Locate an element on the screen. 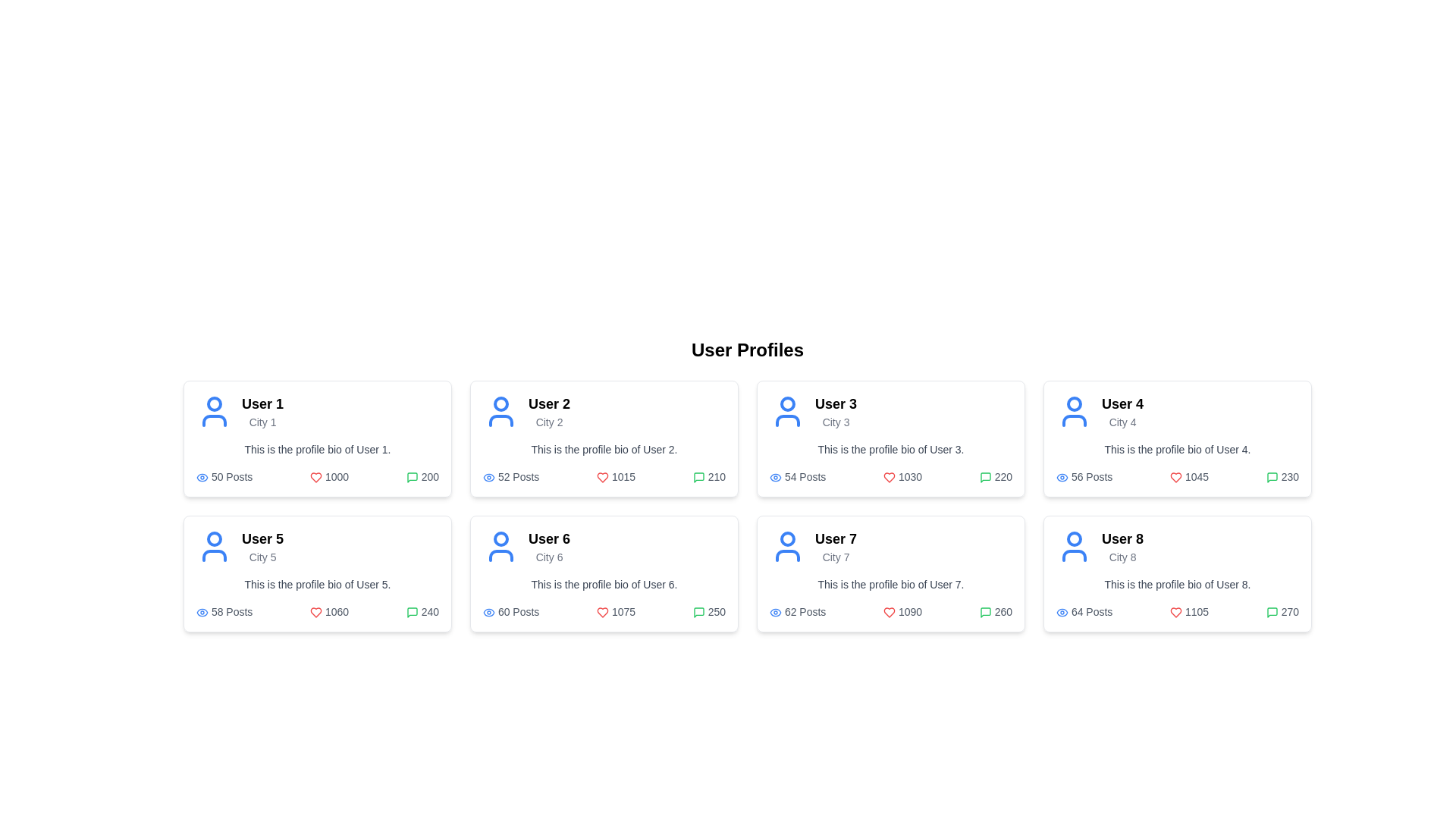  the numerical text '1105' next to the red heart icon associated with User 8 to associate its value with the nearby icon is located at coordinates (1188, 610).